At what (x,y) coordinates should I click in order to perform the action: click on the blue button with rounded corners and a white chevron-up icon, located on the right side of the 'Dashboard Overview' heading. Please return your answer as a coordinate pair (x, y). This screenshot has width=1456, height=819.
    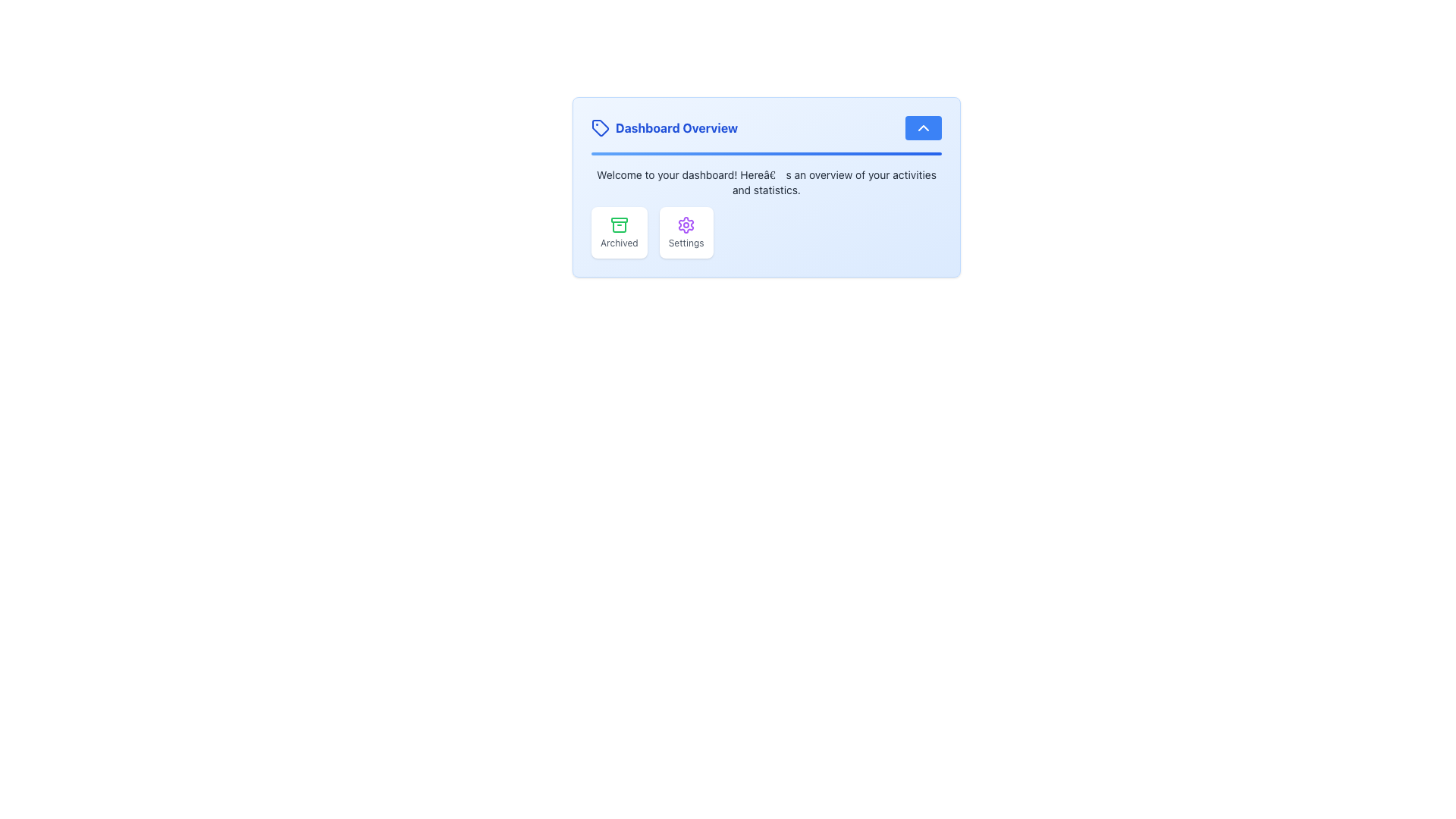
    Looking at the image, I should click on (923, 127).